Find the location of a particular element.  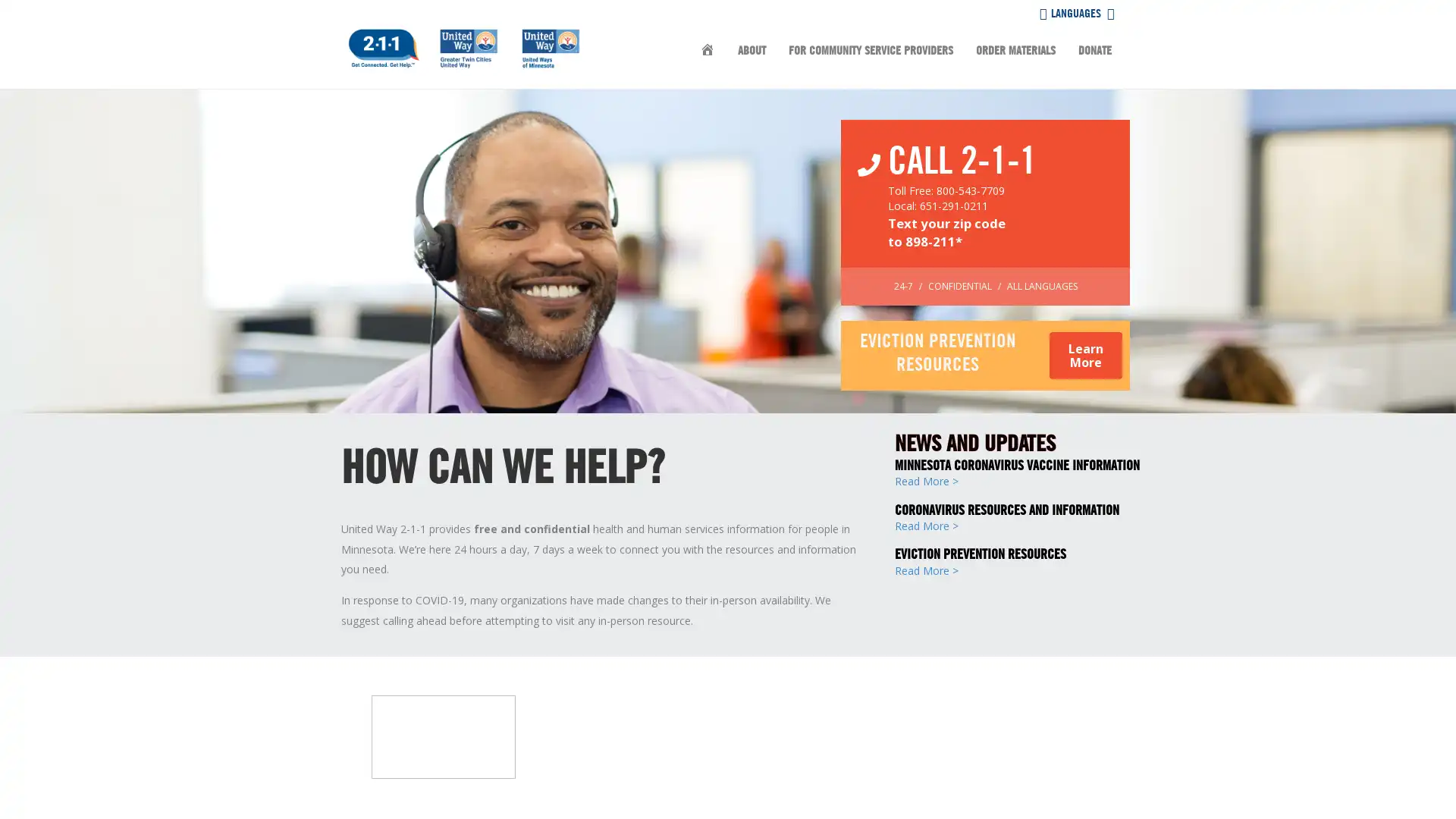

Learn More is located at coordinates (1084, 356).